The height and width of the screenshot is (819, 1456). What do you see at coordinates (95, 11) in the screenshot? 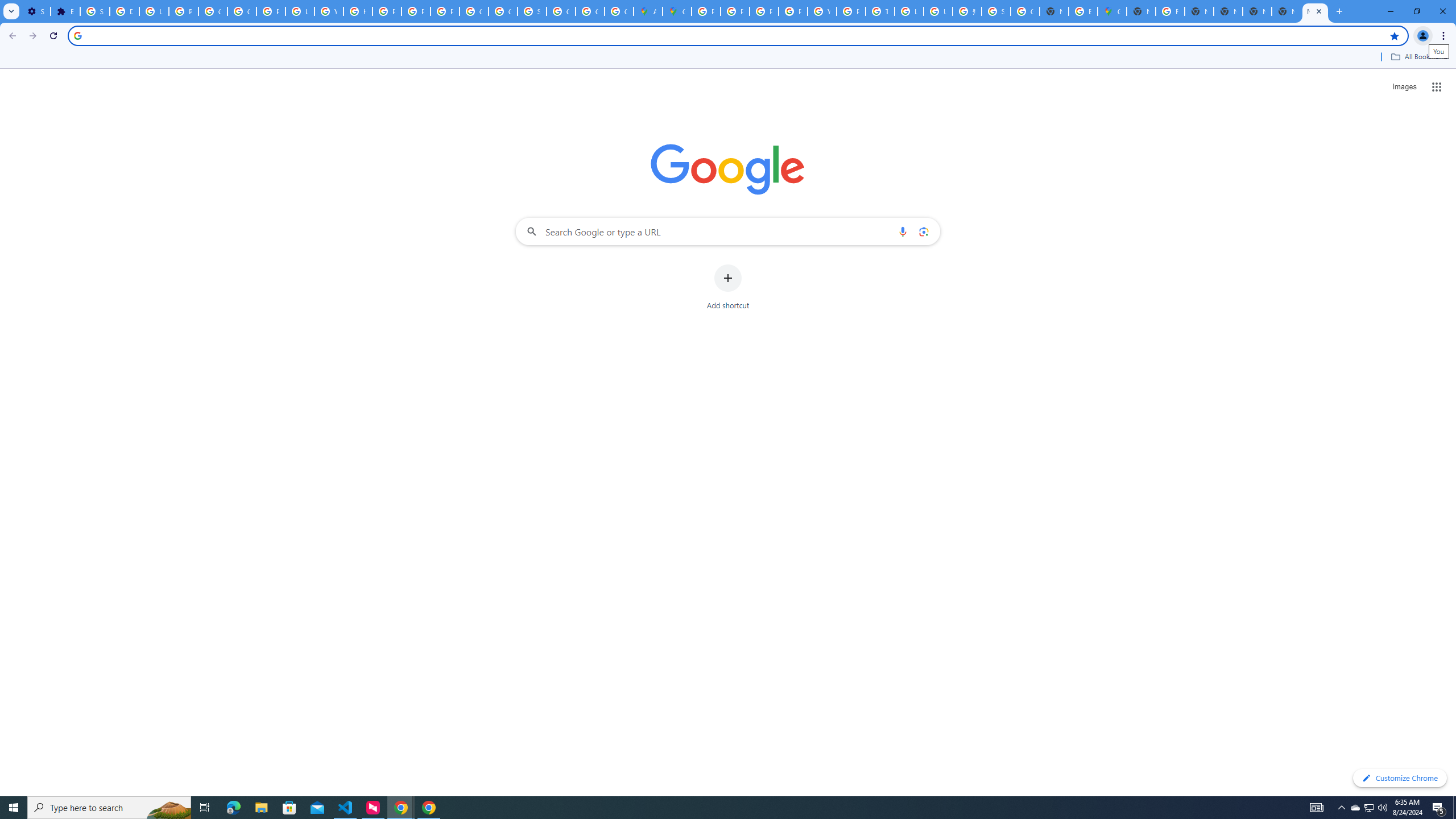
I see `'Sign in - Google Accounts'` at bounding box center [95, 11].